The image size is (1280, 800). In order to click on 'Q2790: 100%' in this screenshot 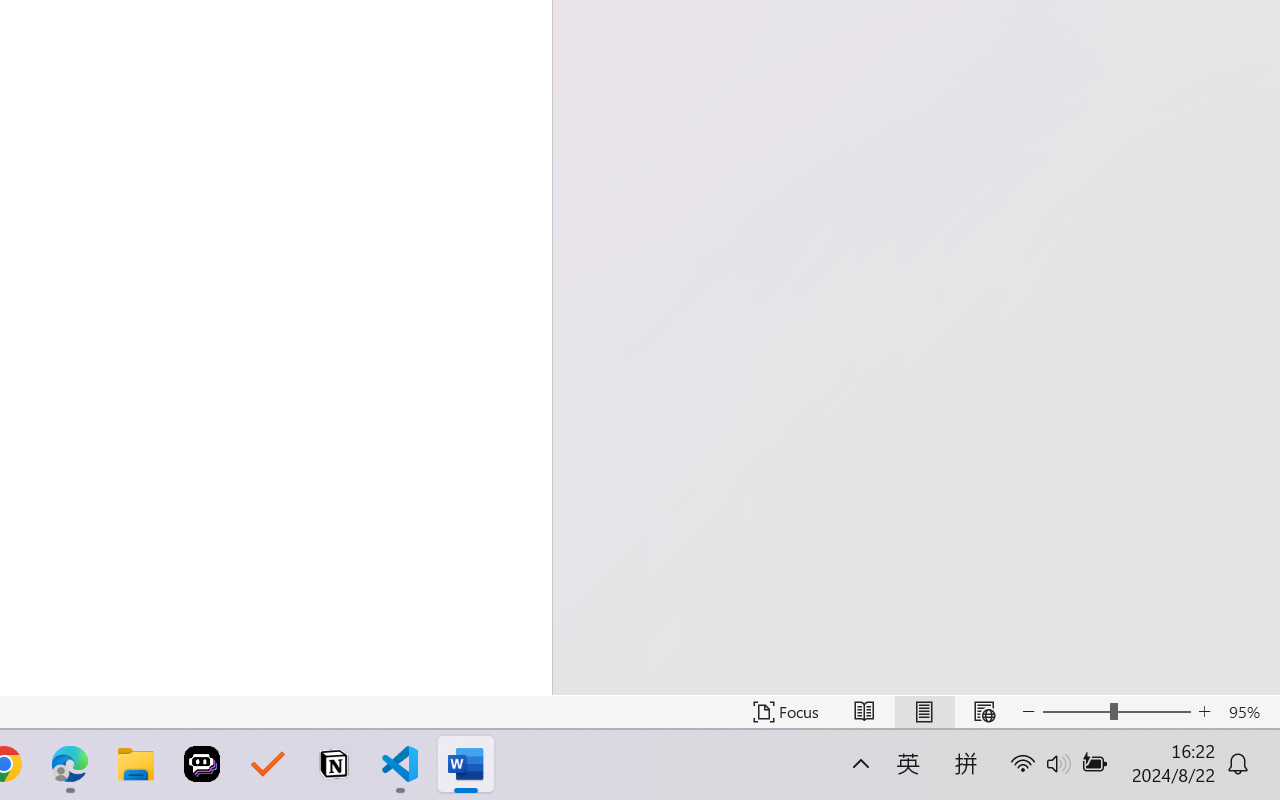, I will do `click(1092, 776)`.